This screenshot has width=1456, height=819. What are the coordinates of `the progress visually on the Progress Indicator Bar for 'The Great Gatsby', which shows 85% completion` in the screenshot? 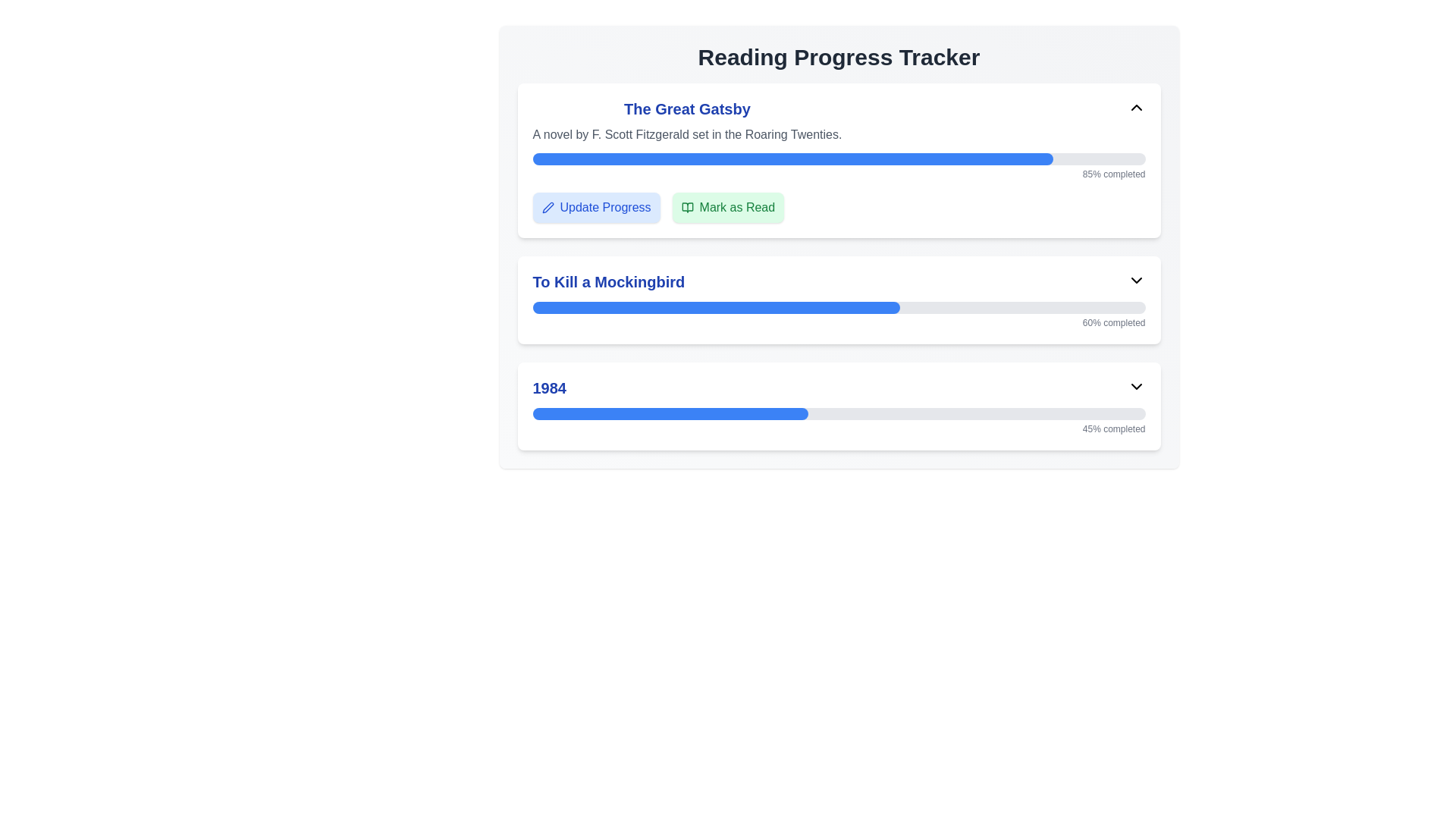 It's located at (792, 158).